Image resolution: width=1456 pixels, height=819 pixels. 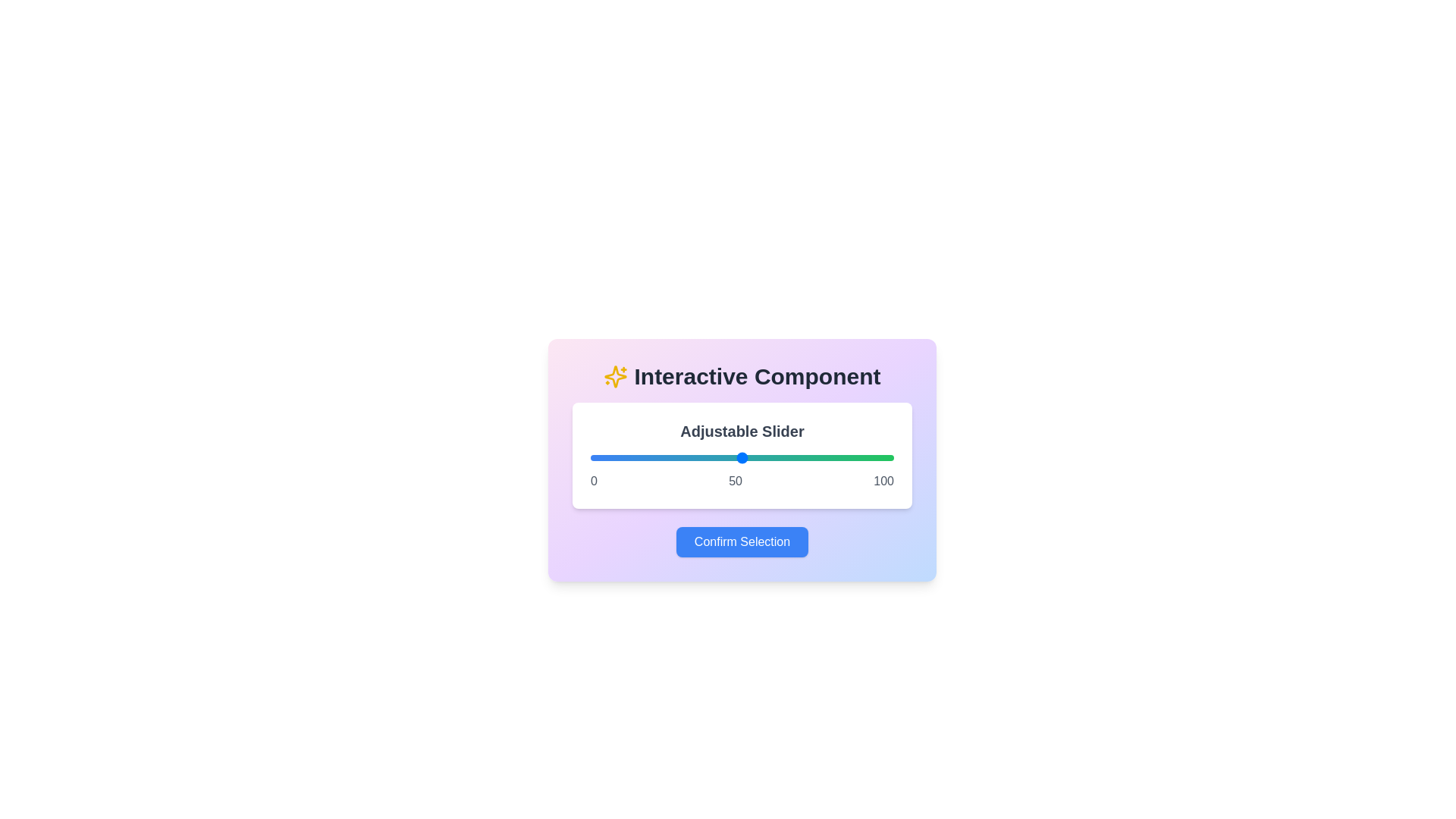 What do you see at coordinates (642, 457) in the screenshot?
I see `the slider to set its value to 17` at bounding box center [642, 457].